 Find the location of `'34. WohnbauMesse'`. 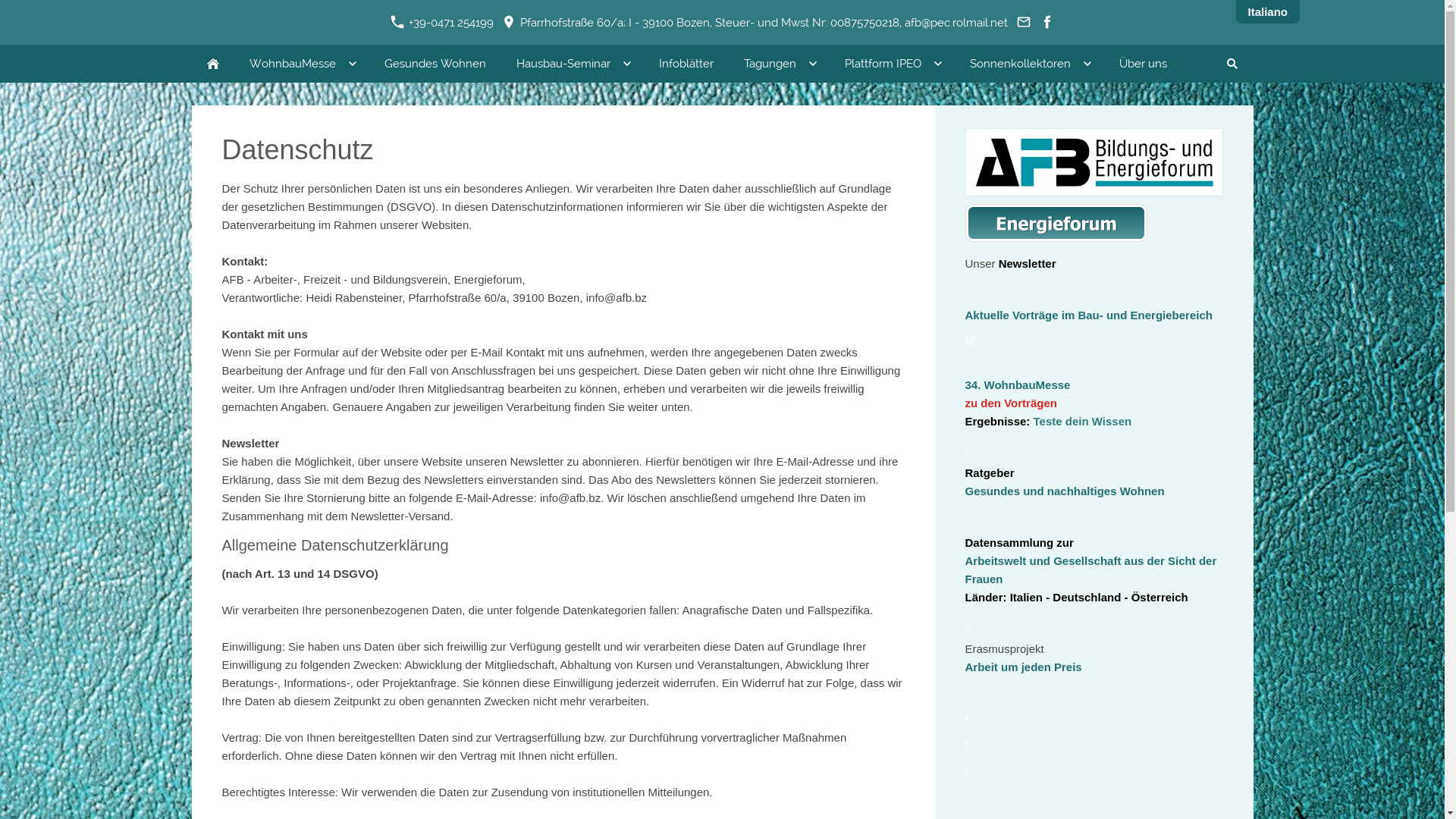

'34. WohnbauMesse' is located at coordinates (1017, 384).